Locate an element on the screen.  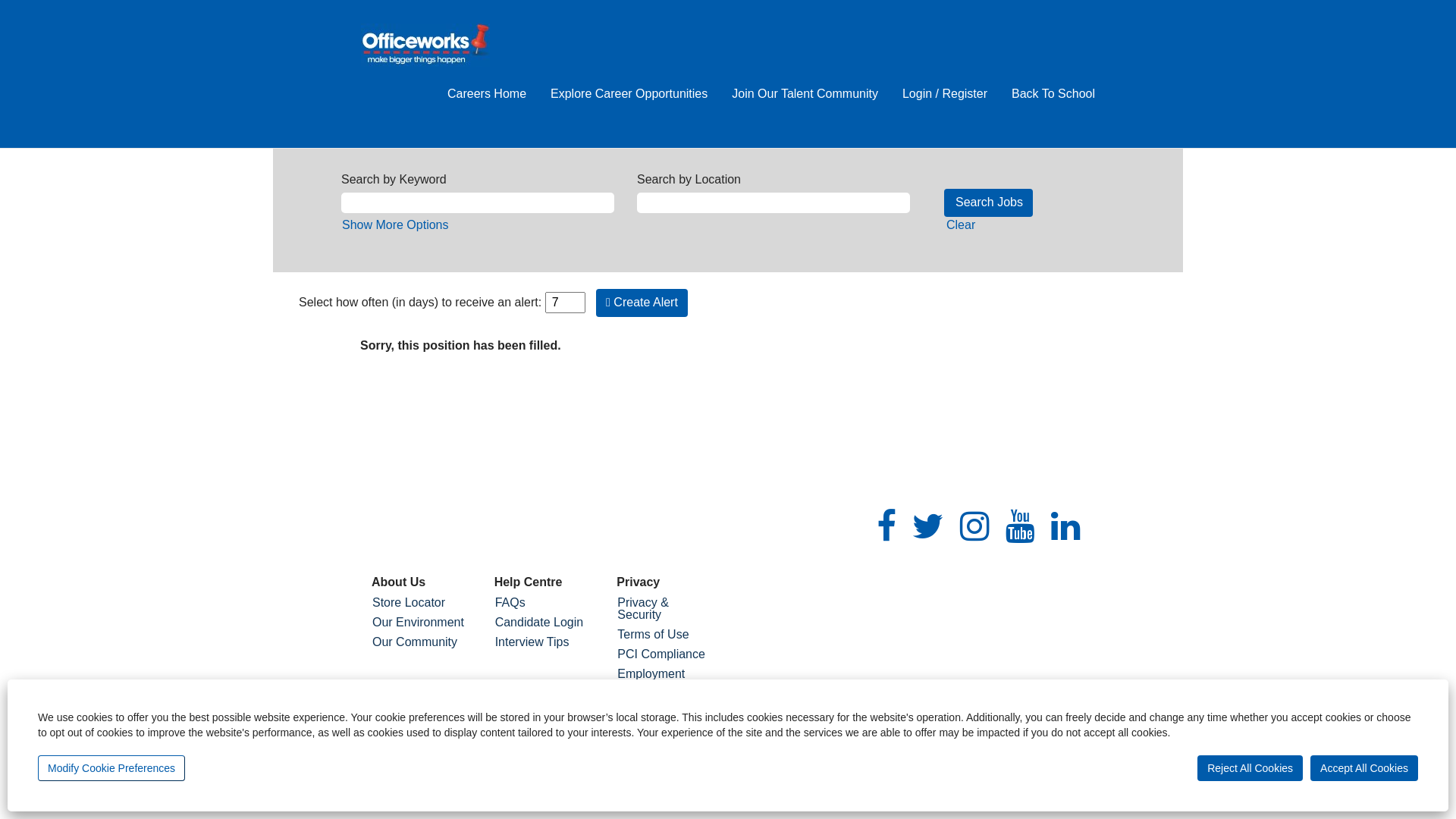
'Reject All Cookies' is located at coordinates (1250, 768).